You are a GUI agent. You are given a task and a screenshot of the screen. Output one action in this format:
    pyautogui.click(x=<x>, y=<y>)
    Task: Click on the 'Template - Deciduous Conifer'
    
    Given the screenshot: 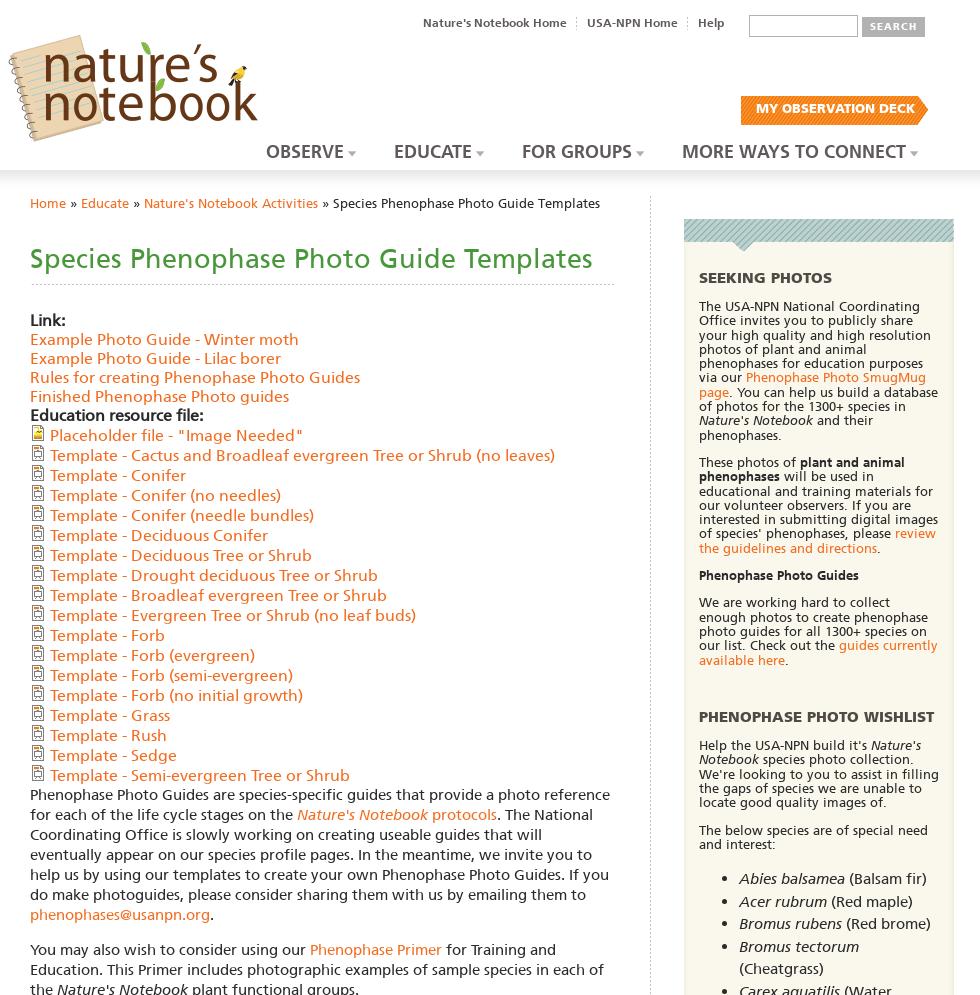 What is the action you would take?
    pyautogui.click(x=158, y=533)
    